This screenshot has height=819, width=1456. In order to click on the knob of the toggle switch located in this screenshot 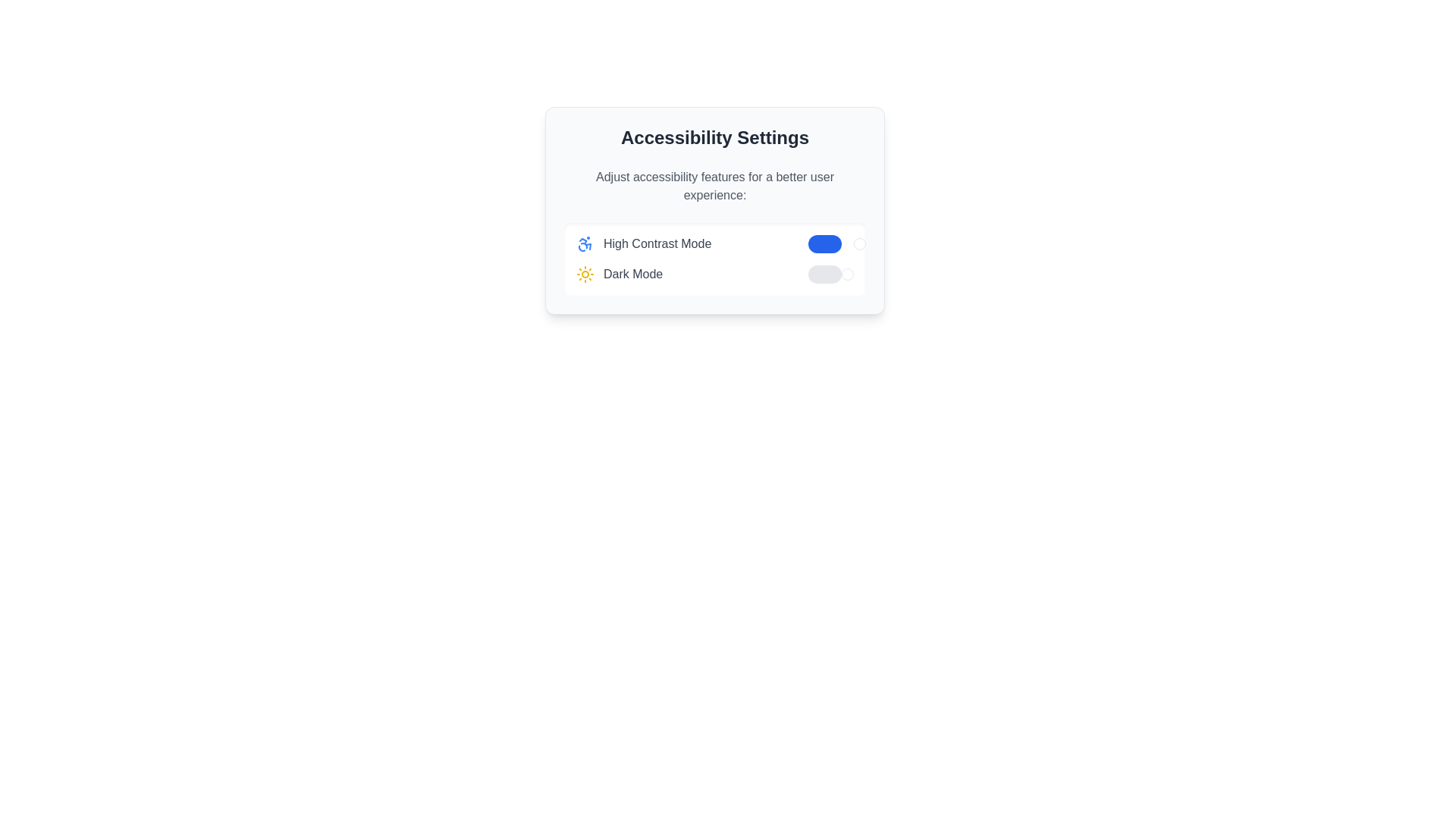, I will do `click(830, 275)`.